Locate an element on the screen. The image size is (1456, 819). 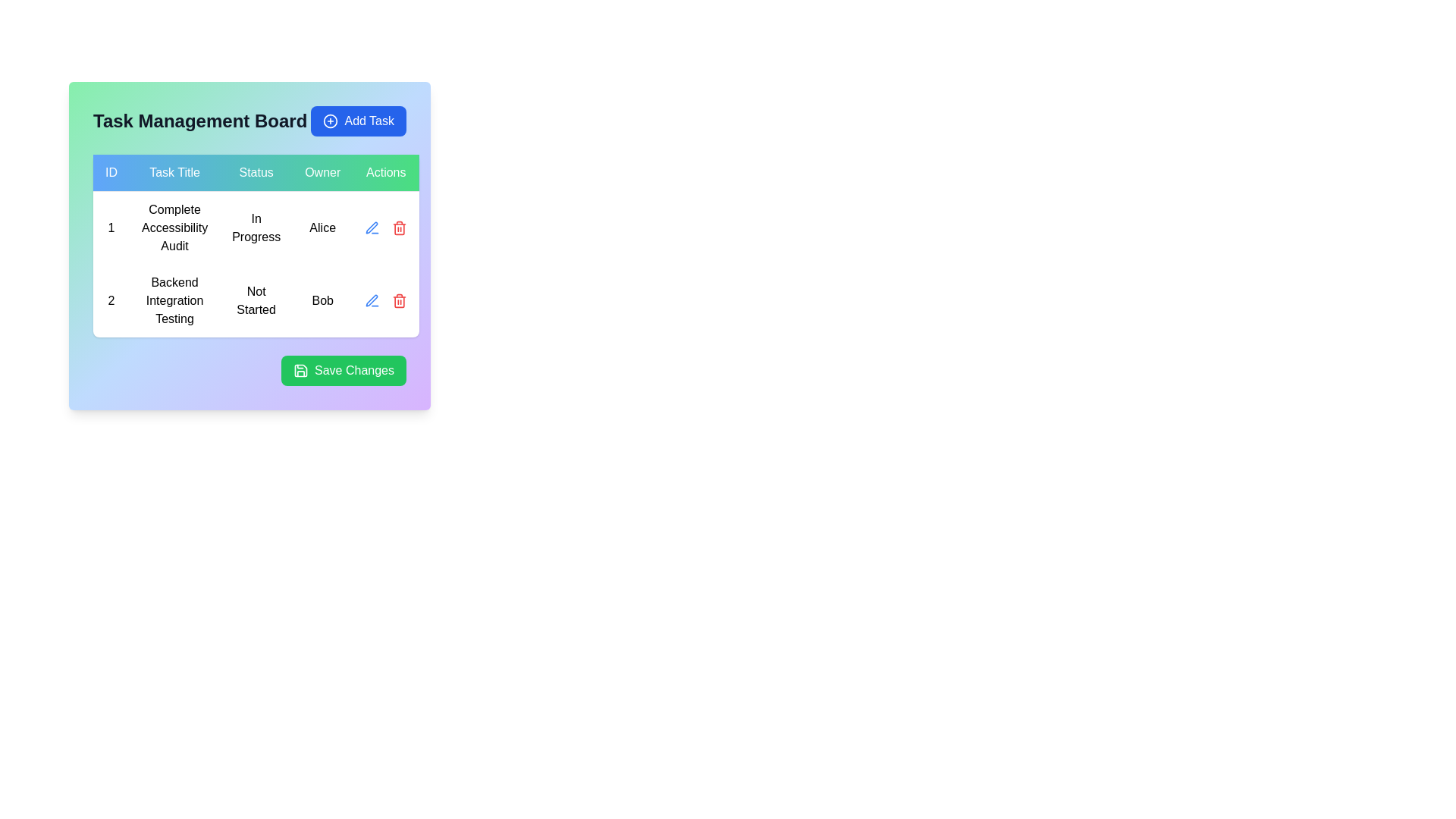
the edit button icon located in the 'Actions' column of the first row in the task management table is located at coordinates (372, 227).